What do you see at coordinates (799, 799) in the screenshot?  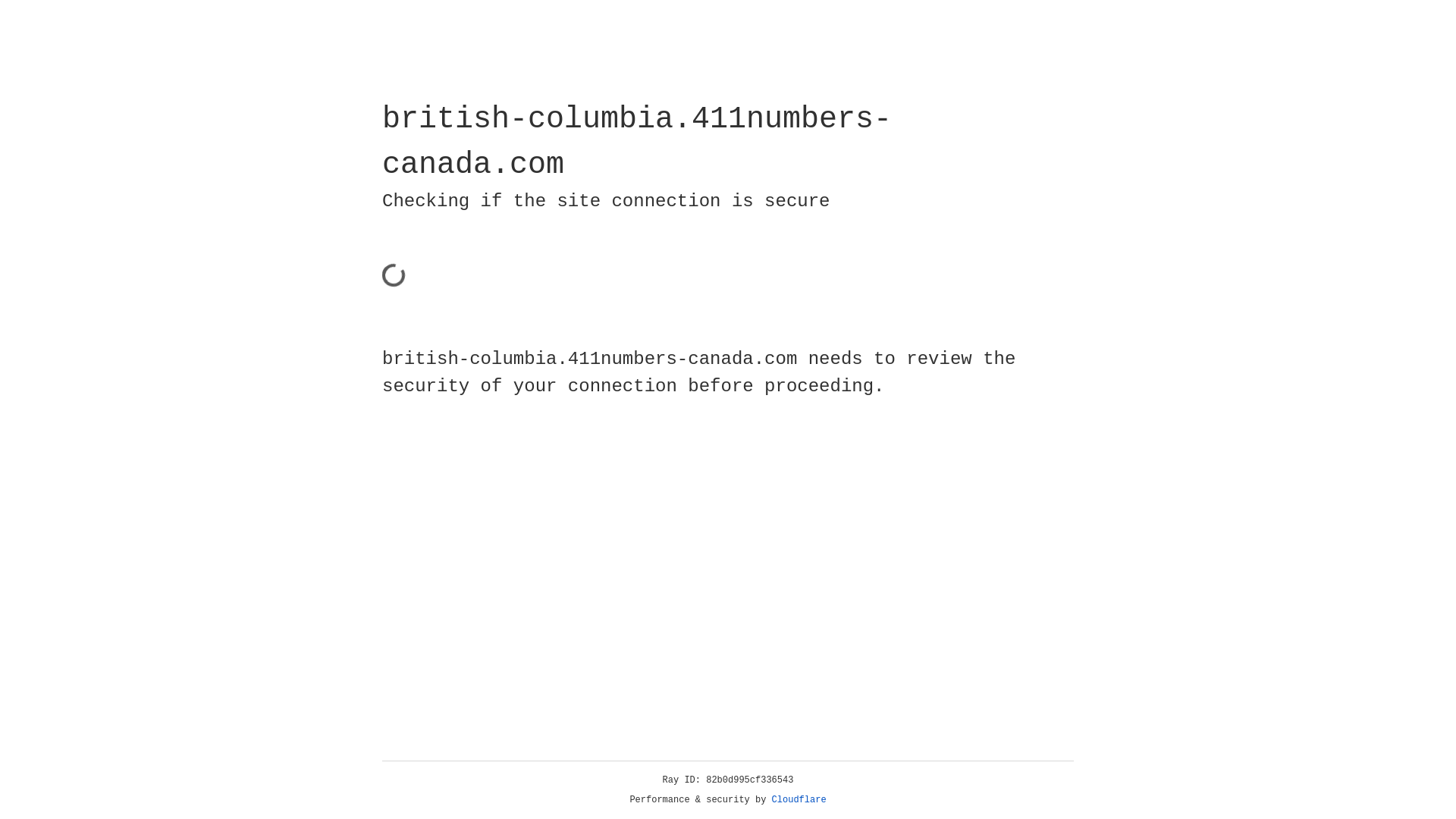 I see `'Cloudflare'` at bounding box center [799, 799].